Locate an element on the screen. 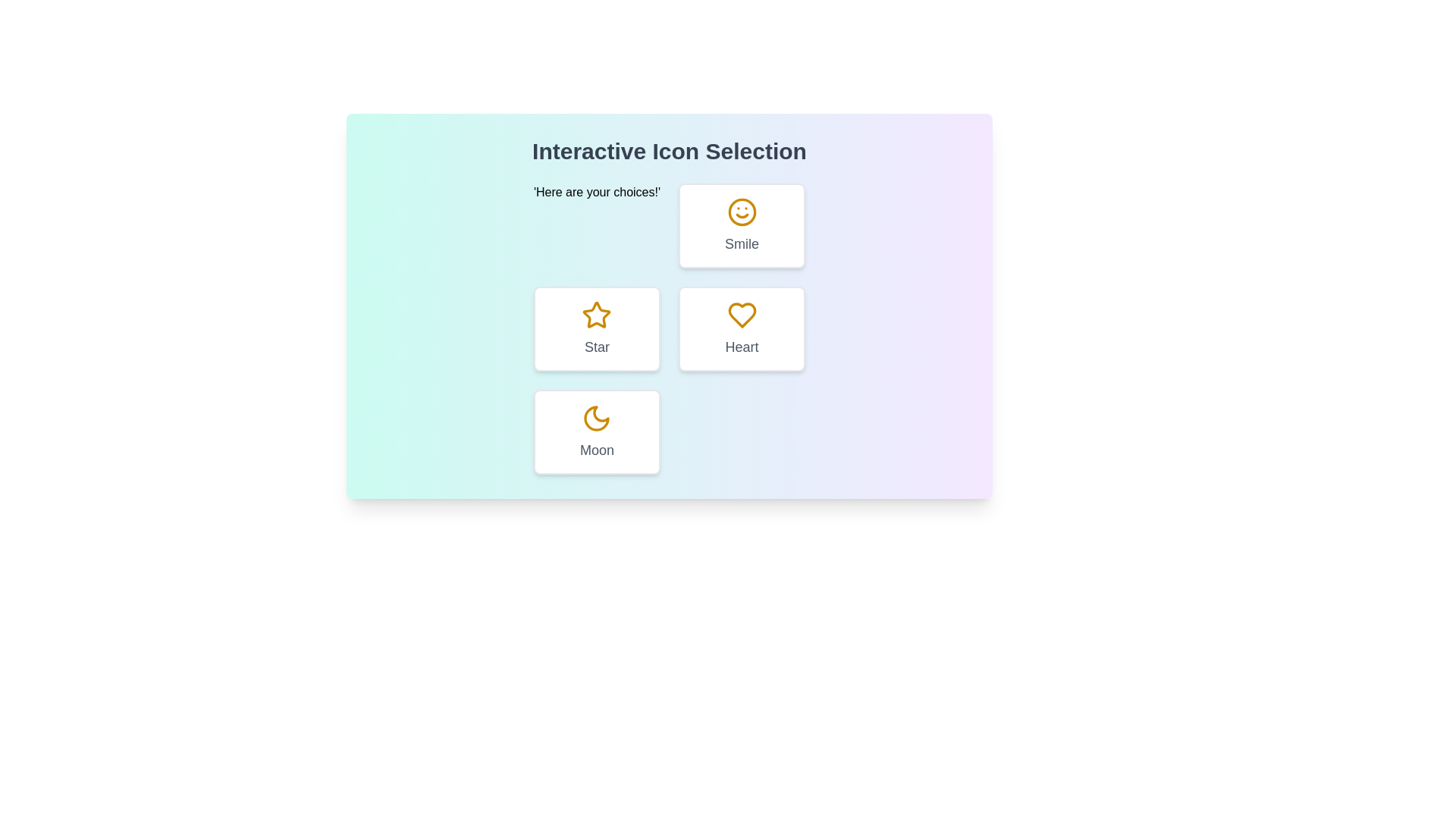  the 'Moon' interactive card/button is located at coordinates (596, 432).